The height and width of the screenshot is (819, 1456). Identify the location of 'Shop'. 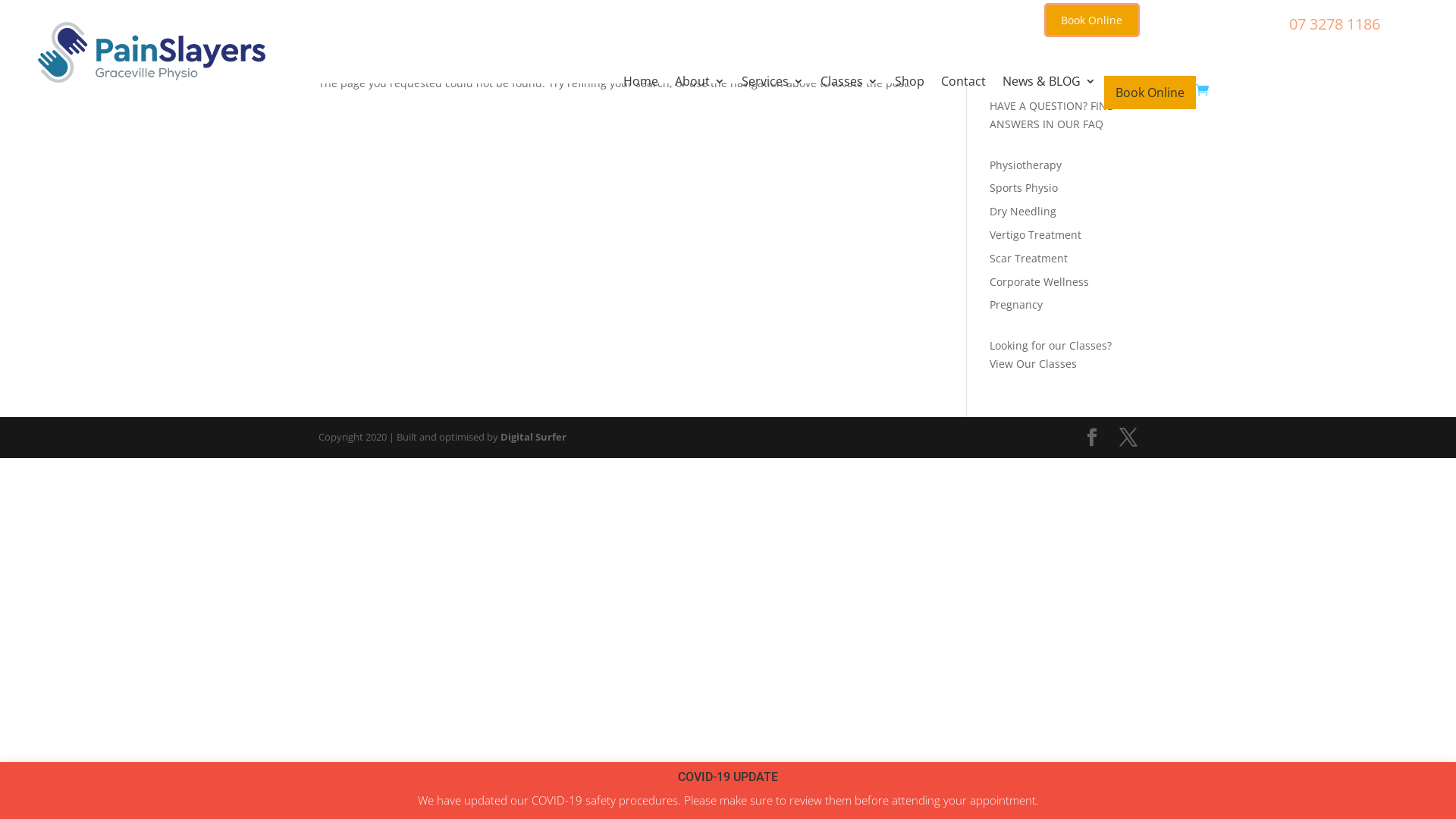
(909, 93).